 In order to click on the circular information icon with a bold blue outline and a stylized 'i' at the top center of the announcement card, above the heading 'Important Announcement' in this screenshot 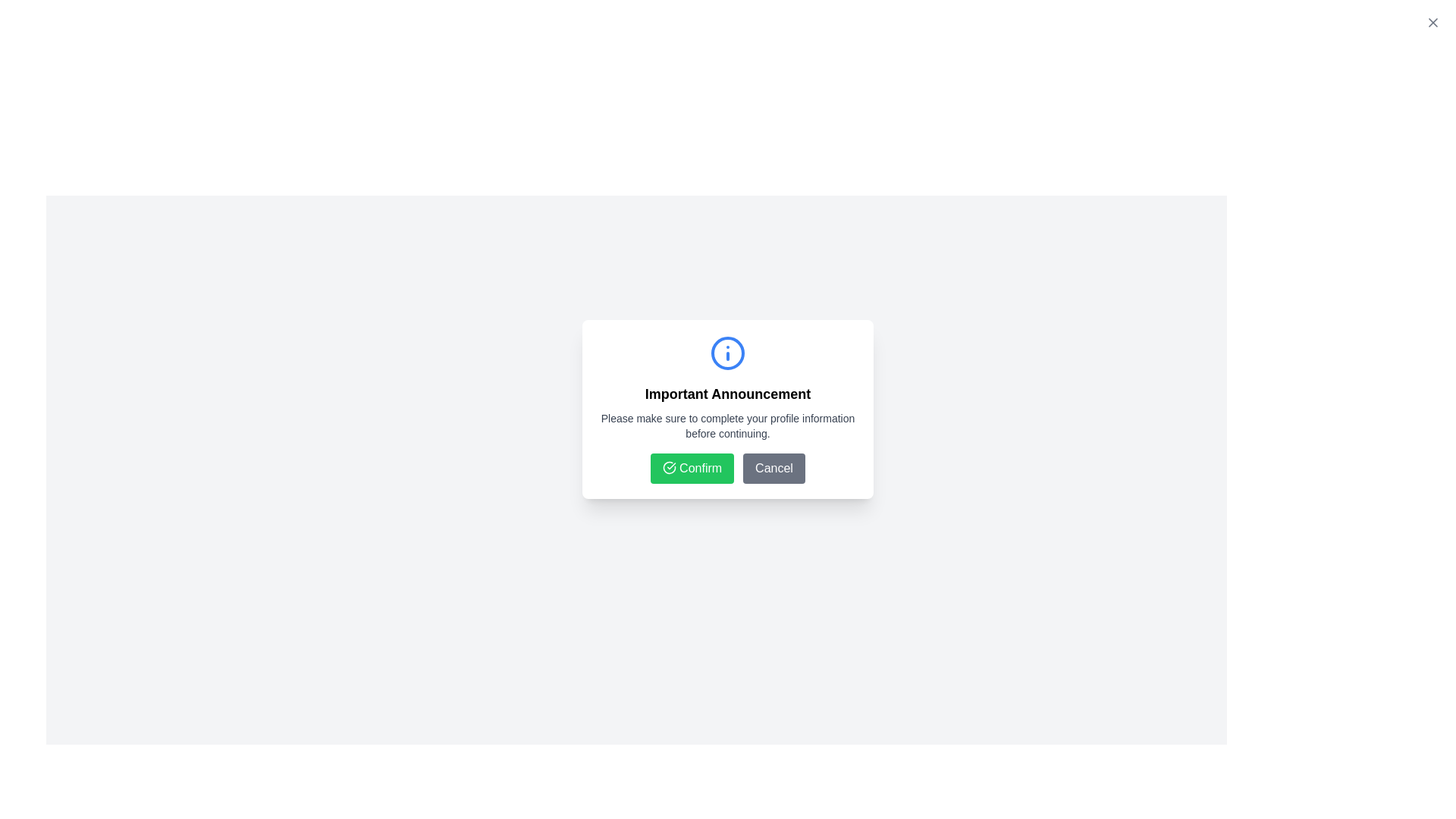, I will do `click(728, 353)`.